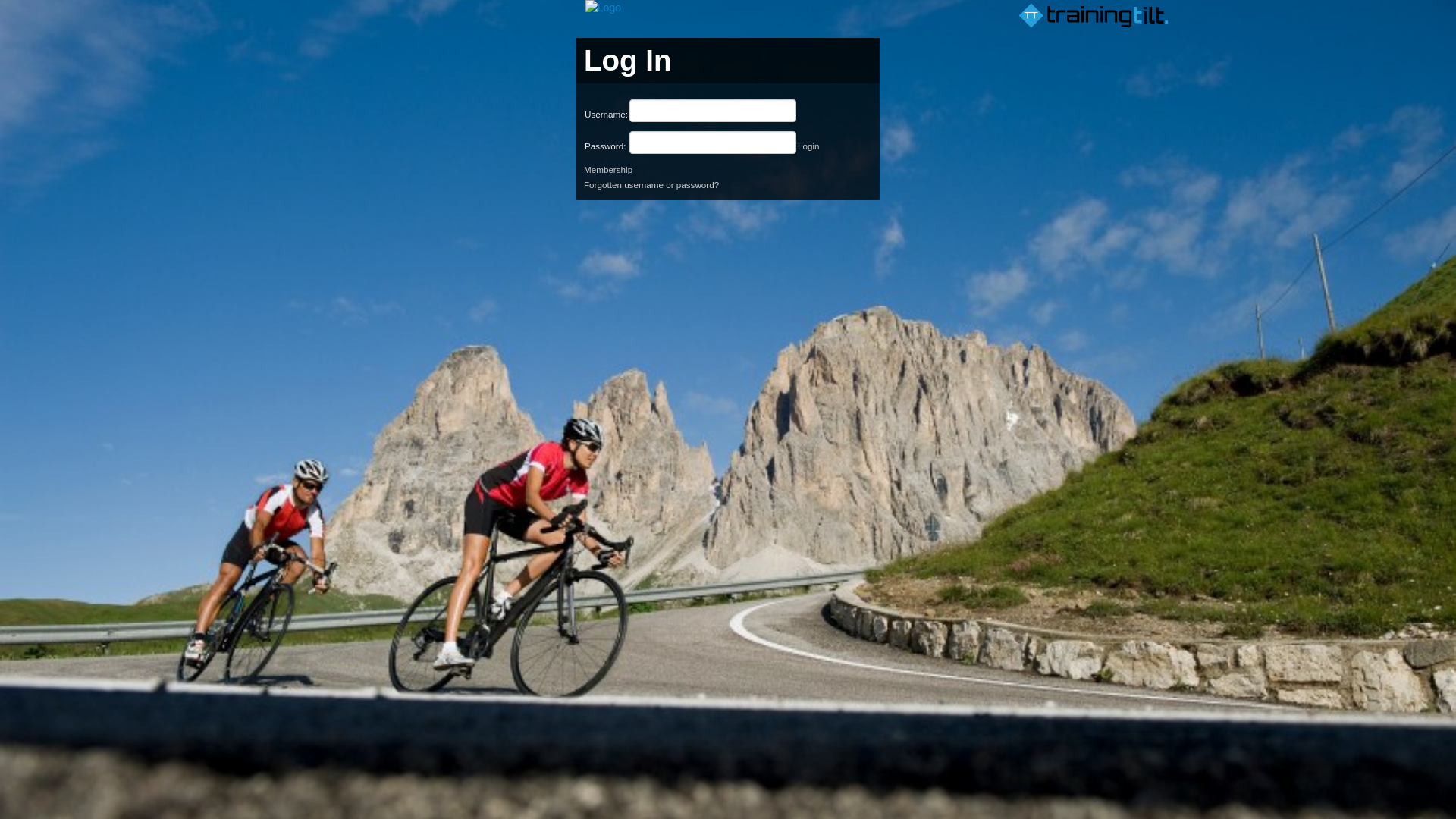 The width and height of the screenshot is (1456, 819). I want to click on 'Login', so click(808, 146).